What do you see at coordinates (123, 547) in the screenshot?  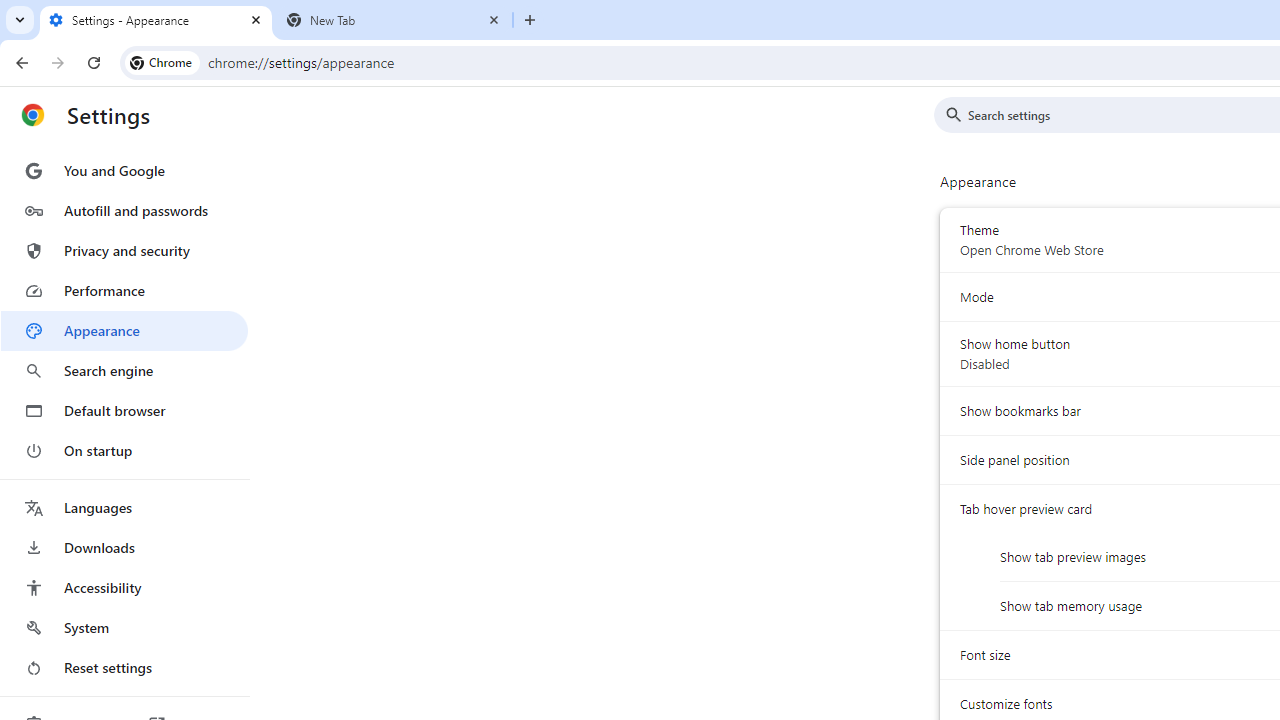 I see `'Downloads'` at bounding box center [123, 547].